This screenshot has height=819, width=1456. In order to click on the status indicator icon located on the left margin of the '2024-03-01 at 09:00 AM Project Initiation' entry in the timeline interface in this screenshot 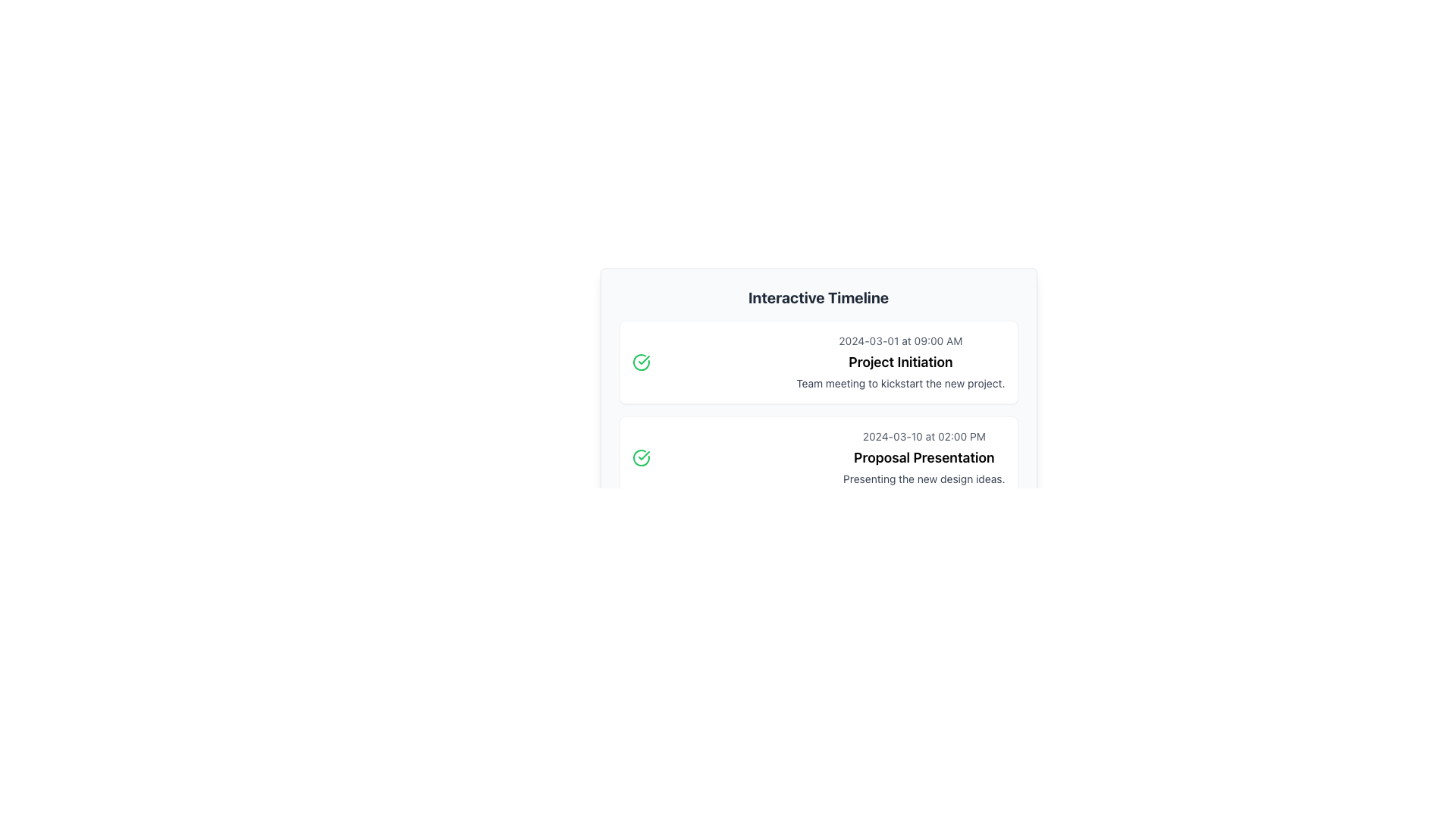, I will do `click(641, 457)`.